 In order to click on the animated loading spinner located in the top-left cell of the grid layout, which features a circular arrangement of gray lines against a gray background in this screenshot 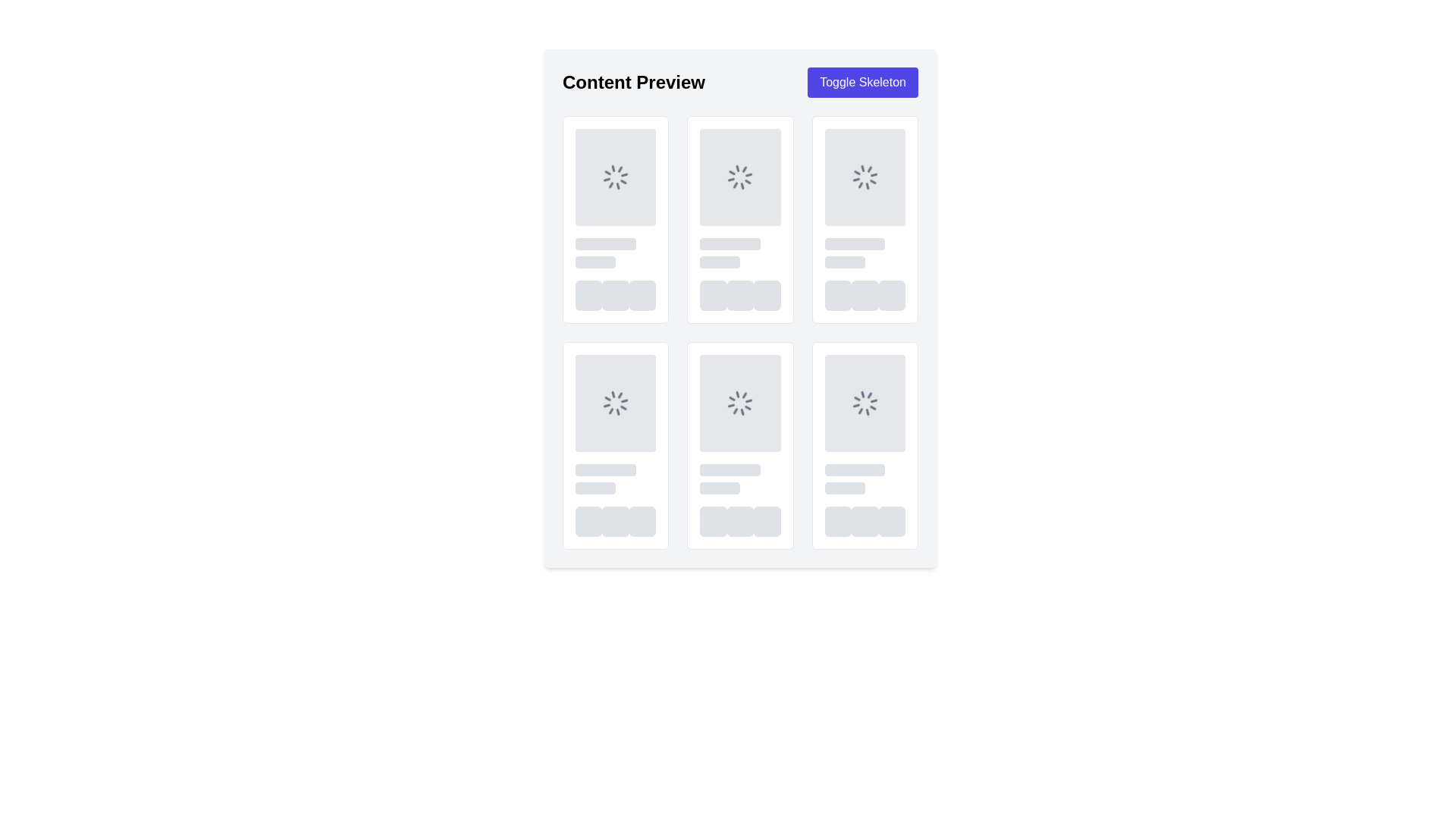, I will do `click(616, 177)`.